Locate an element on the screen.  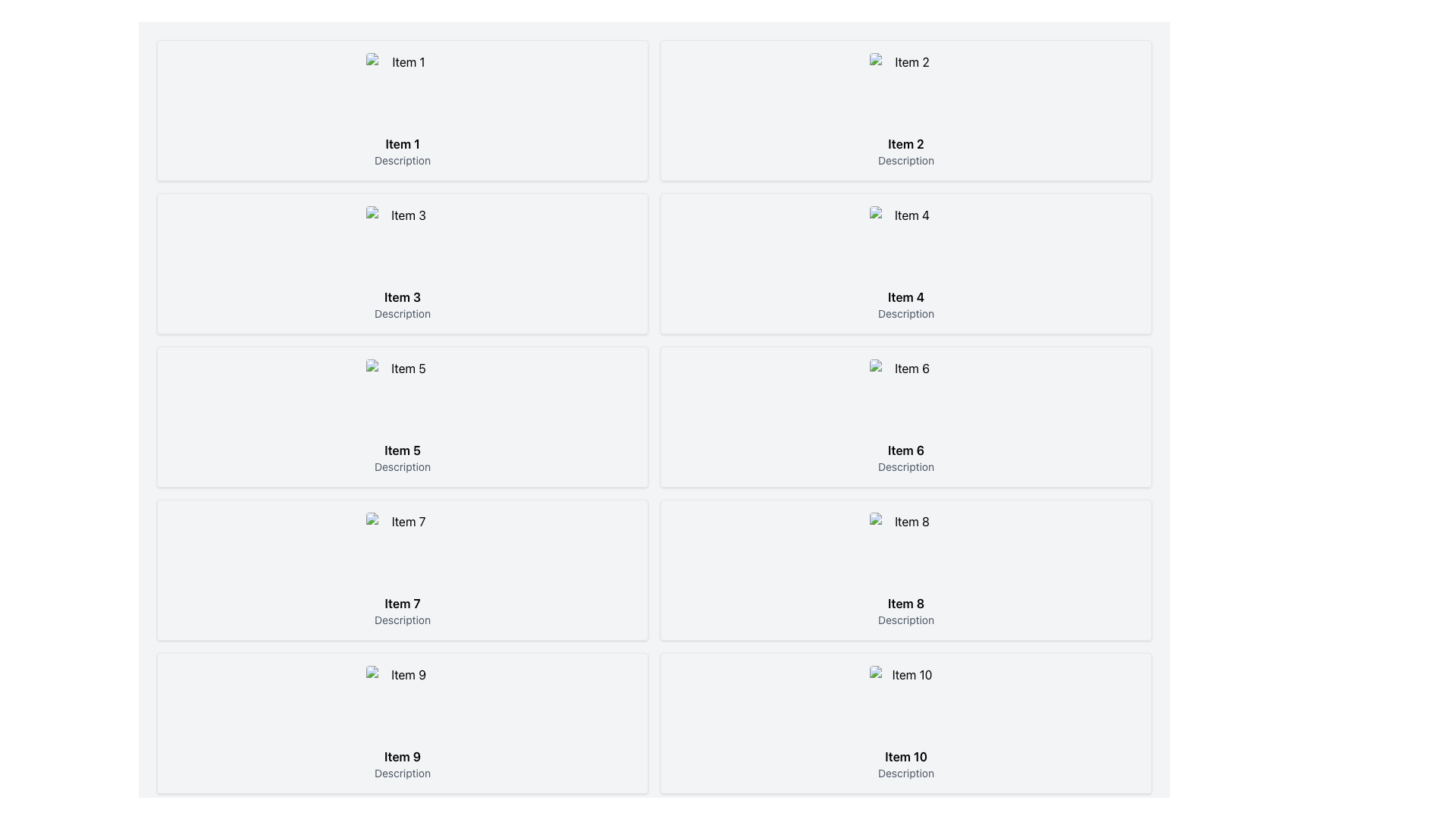
the Card element labeled 'Item 5', which is the fifth card in a 2-column grid layout located in the third row and first column is located at coordinates (403, 417).